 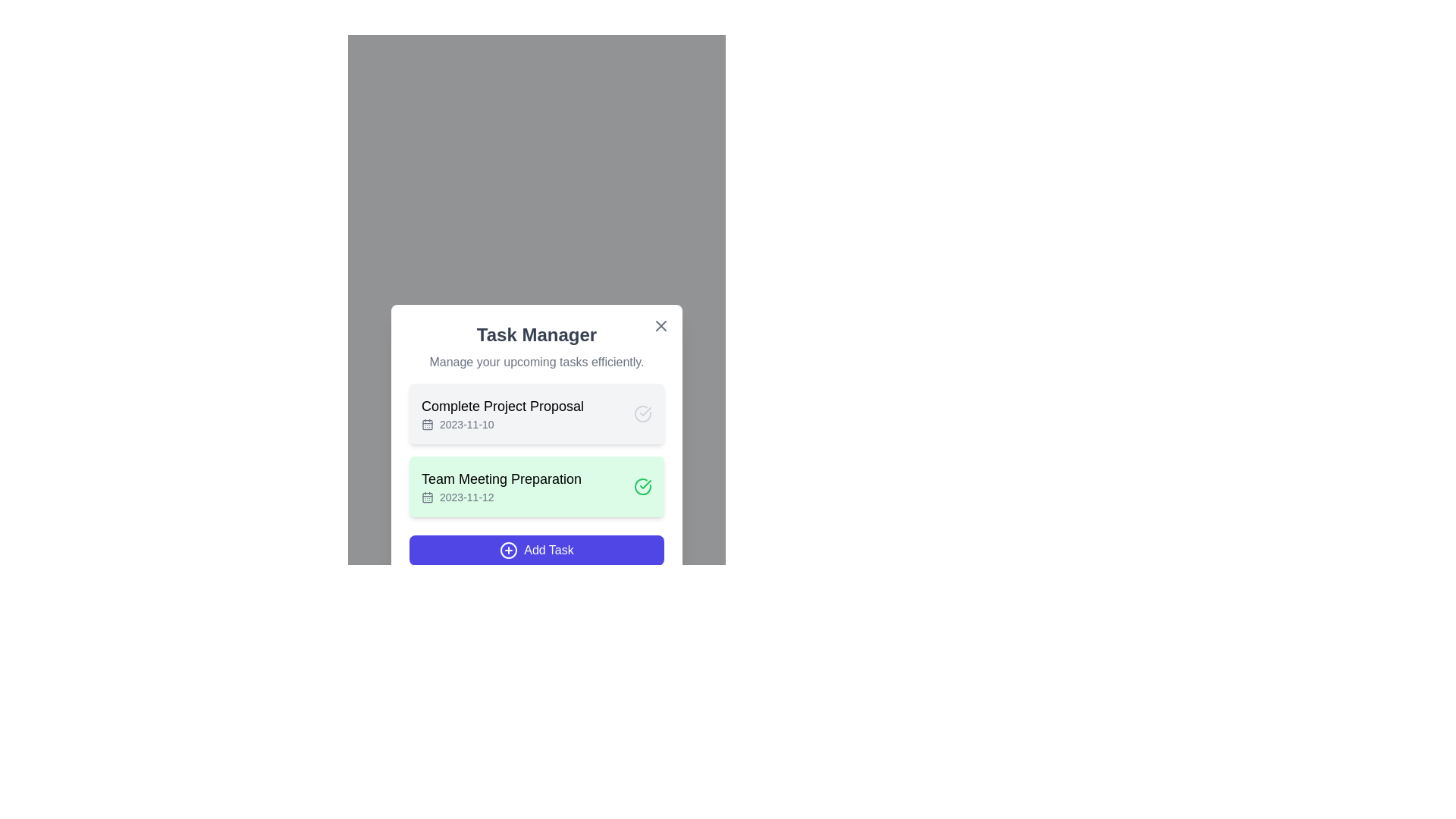 What do you see at coordinates (502, 406) in the screenshot?
I see `the non-interactive text label that serves as the title or label for the task in the task management modal, located near the top-left of the modal` at bounding box center [502, 406].